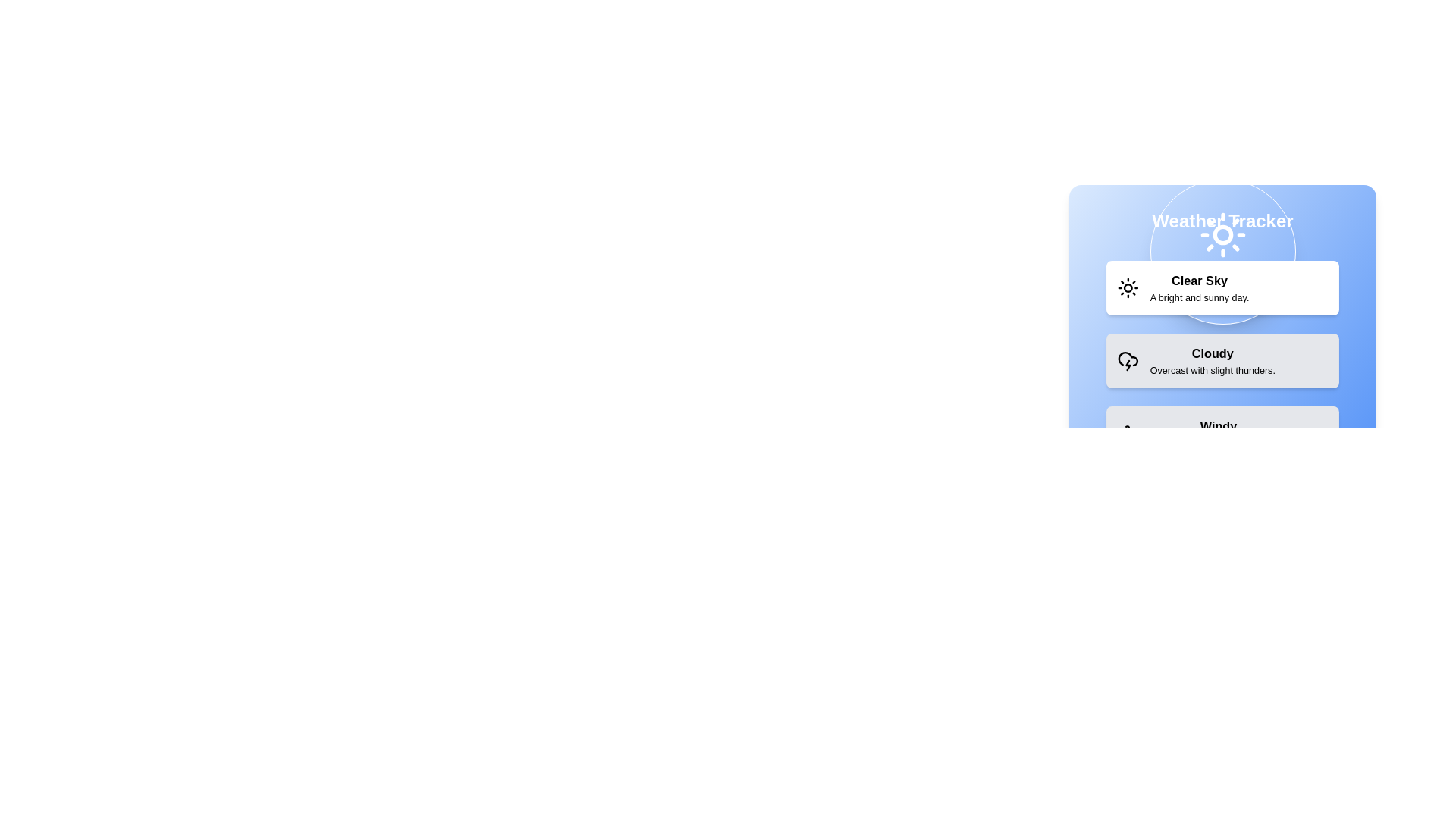 The width and height of the screenshot is (1456, 819). What do you see at coordinates (1128, 288) in the screenshot?
I see `the central core of the sun icon, which is part of a graphical representation and is positioned at the center of the circular design` at bounding box center [1128, 288].